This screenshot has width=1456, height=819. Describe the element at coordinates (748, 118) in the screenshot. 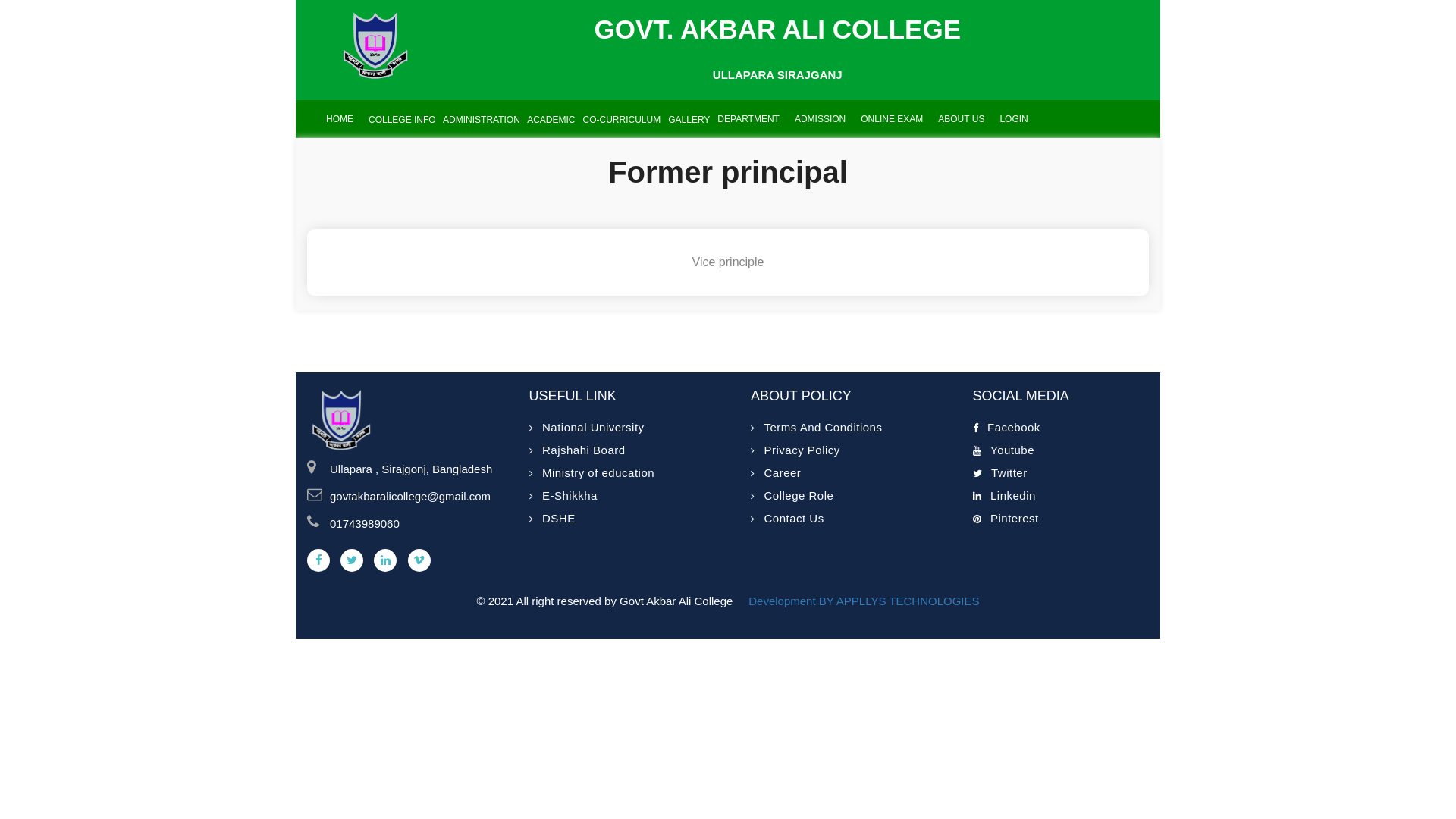

I see `'DEPARTMENT'` at that location.